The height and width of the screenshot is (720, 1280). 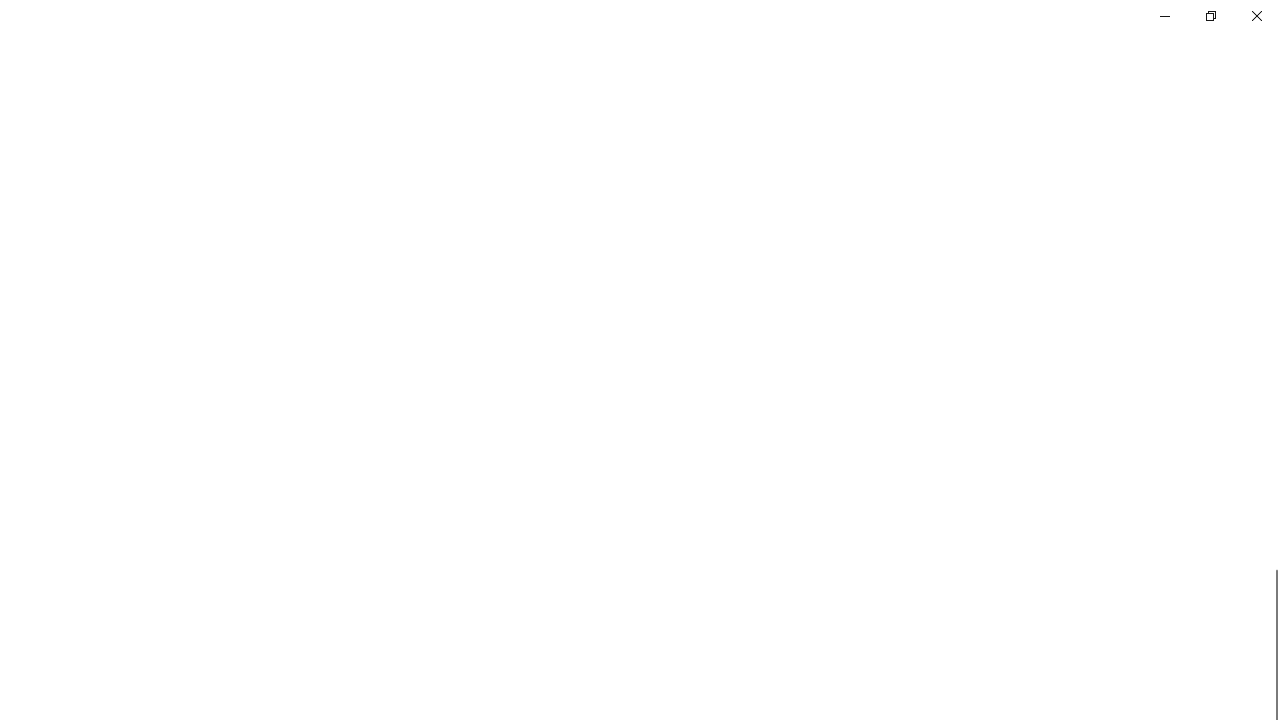 What do you see at coordinates (1209, 15) in the screenshot?
I see `'Restore Settings'` at bounding box center [1209, 15].